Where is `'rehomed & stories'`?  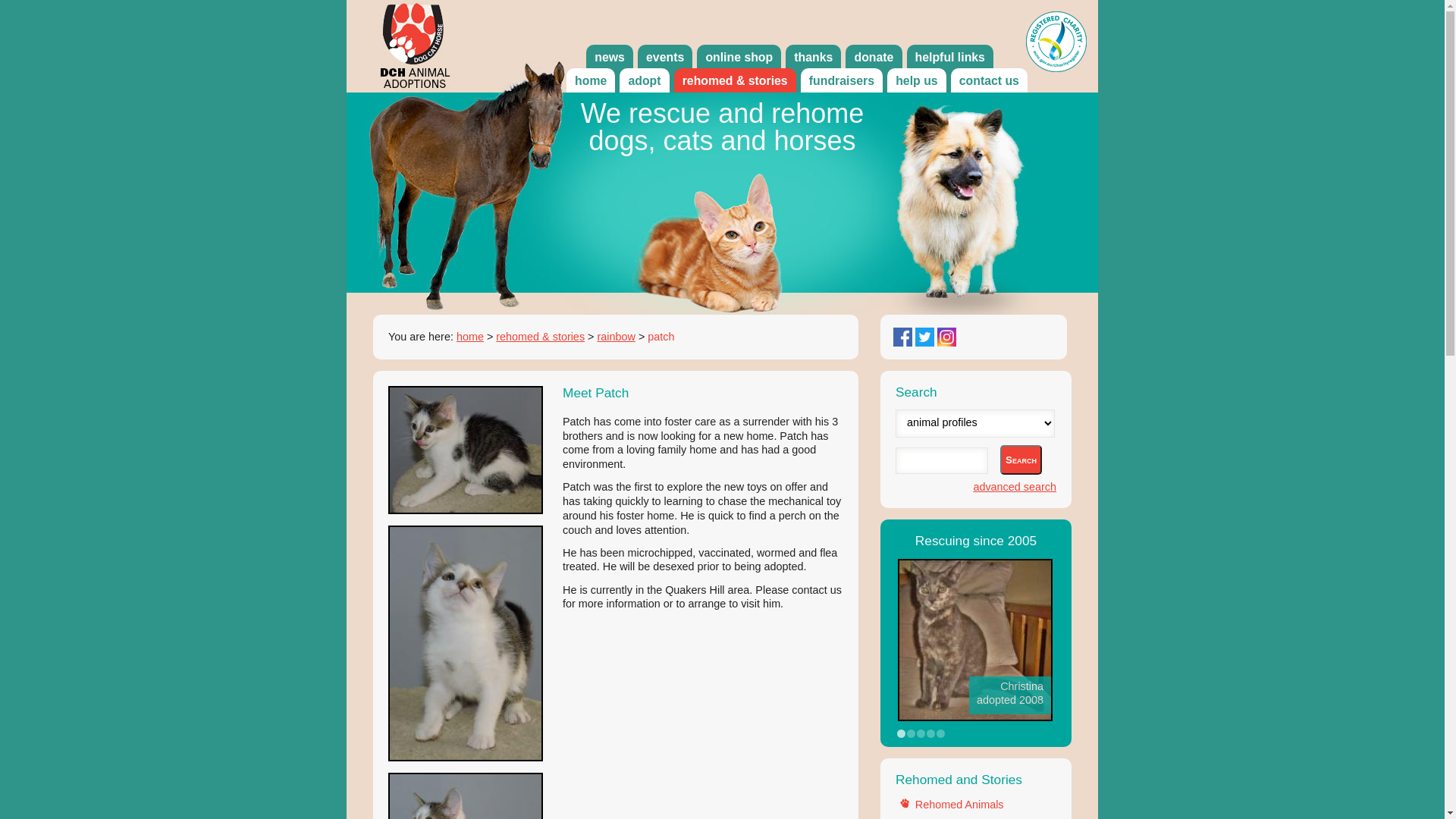
'rehomed & stories' is located at coordinates (495, 335).